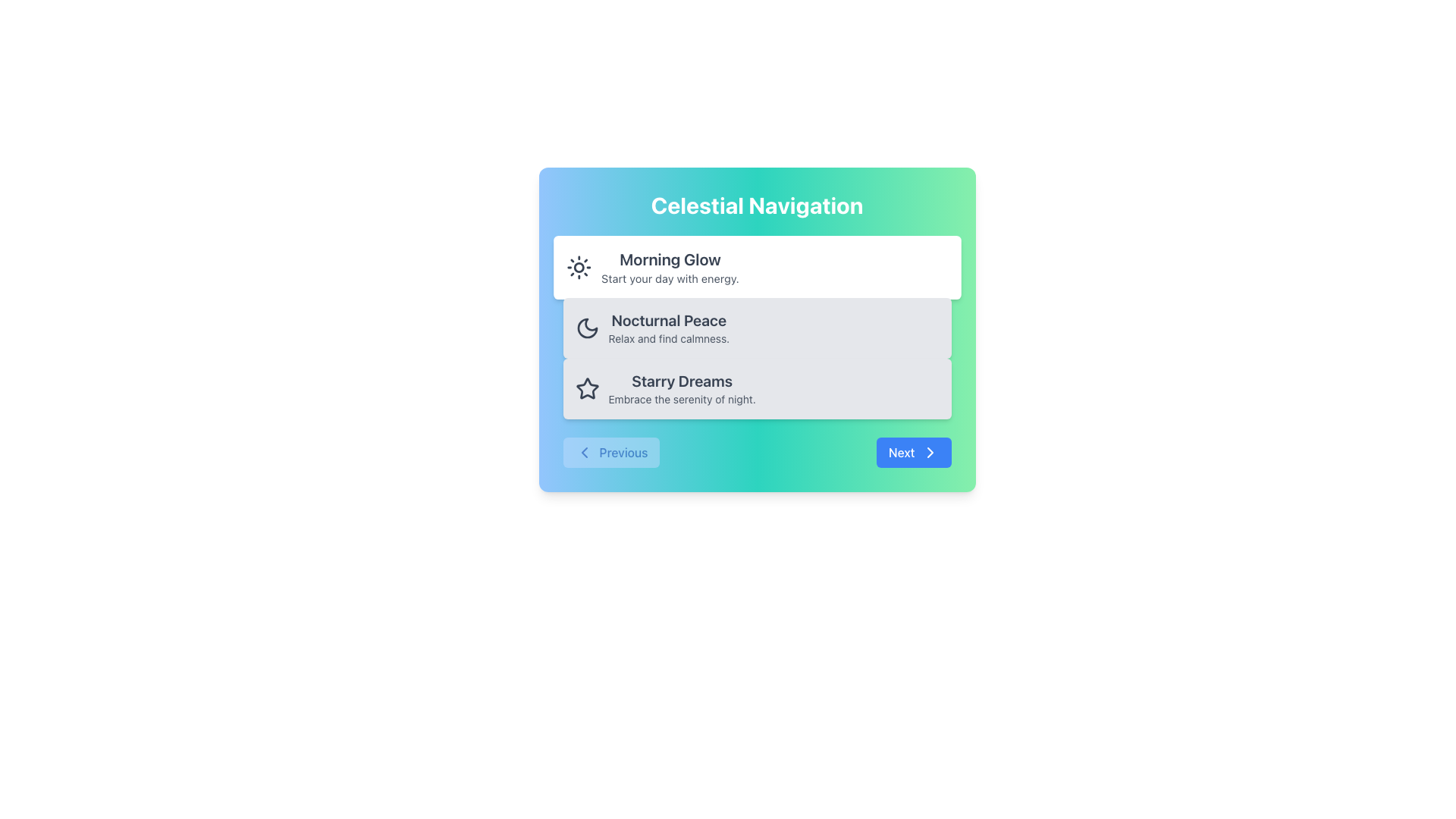 This screenshot has height=819, width=1456. Describe the element at coordinates (681, 399) in the screenshot. I see `descriptive text label located directly below the title 'Starry Dreams' in the third card of the list-like structured layout` at that location.